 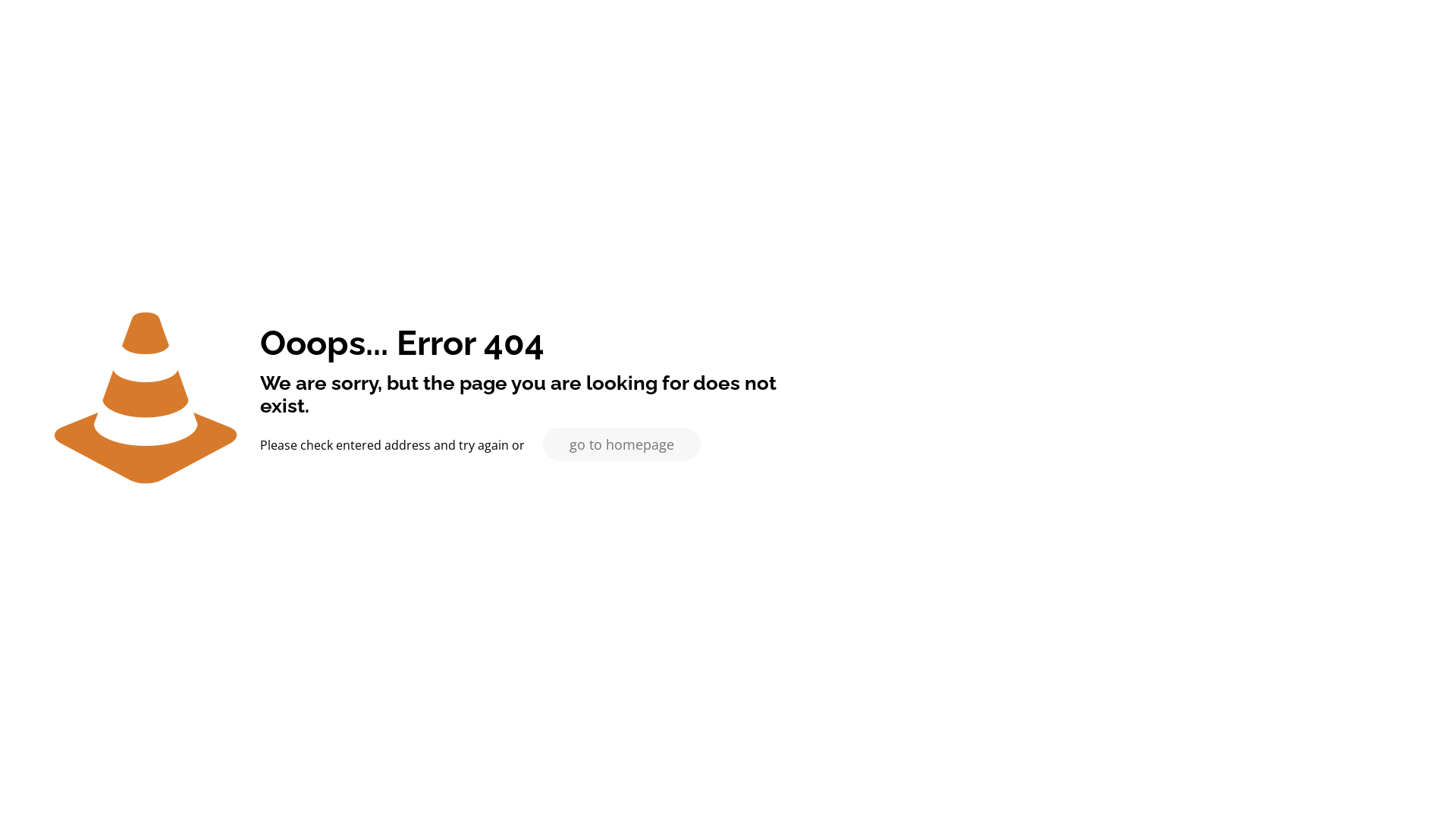 What do you see at coordinates (622, 444) in the screenshot?
I see `'go to homepage'` at bounding box center [622, 444].